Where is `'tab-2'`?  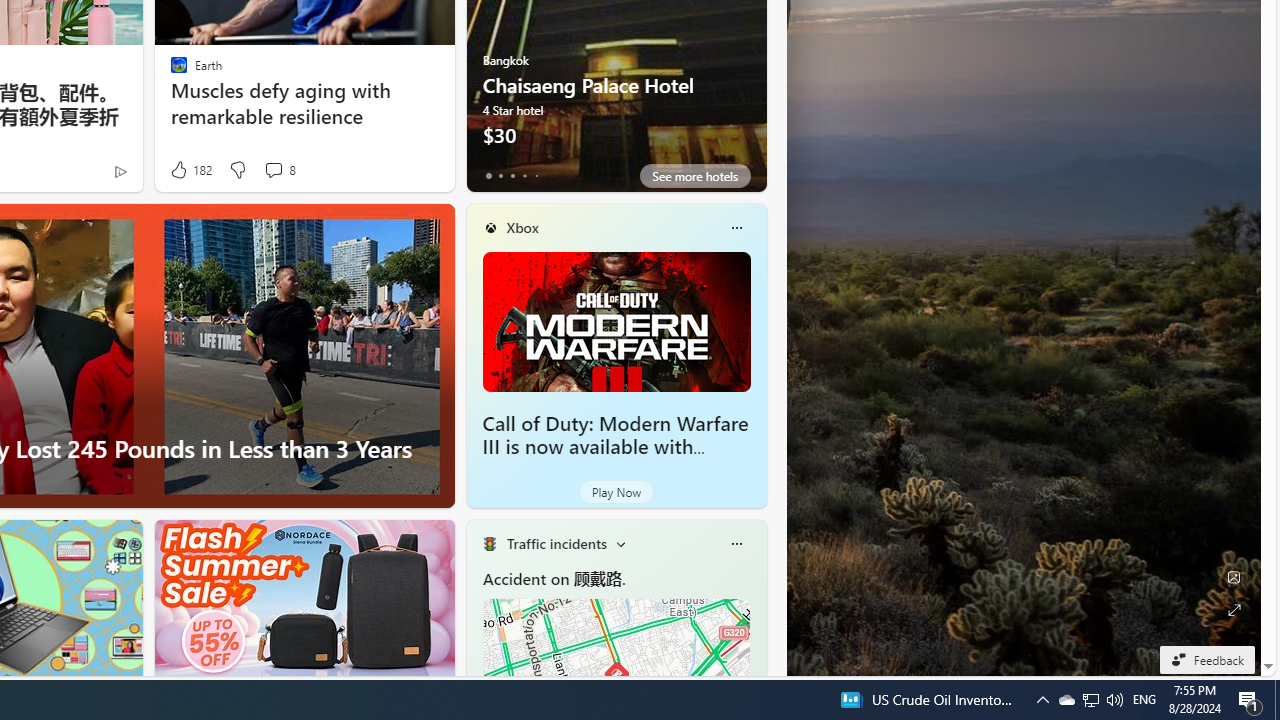
'tab-2' is located at coordinates (512, 175).